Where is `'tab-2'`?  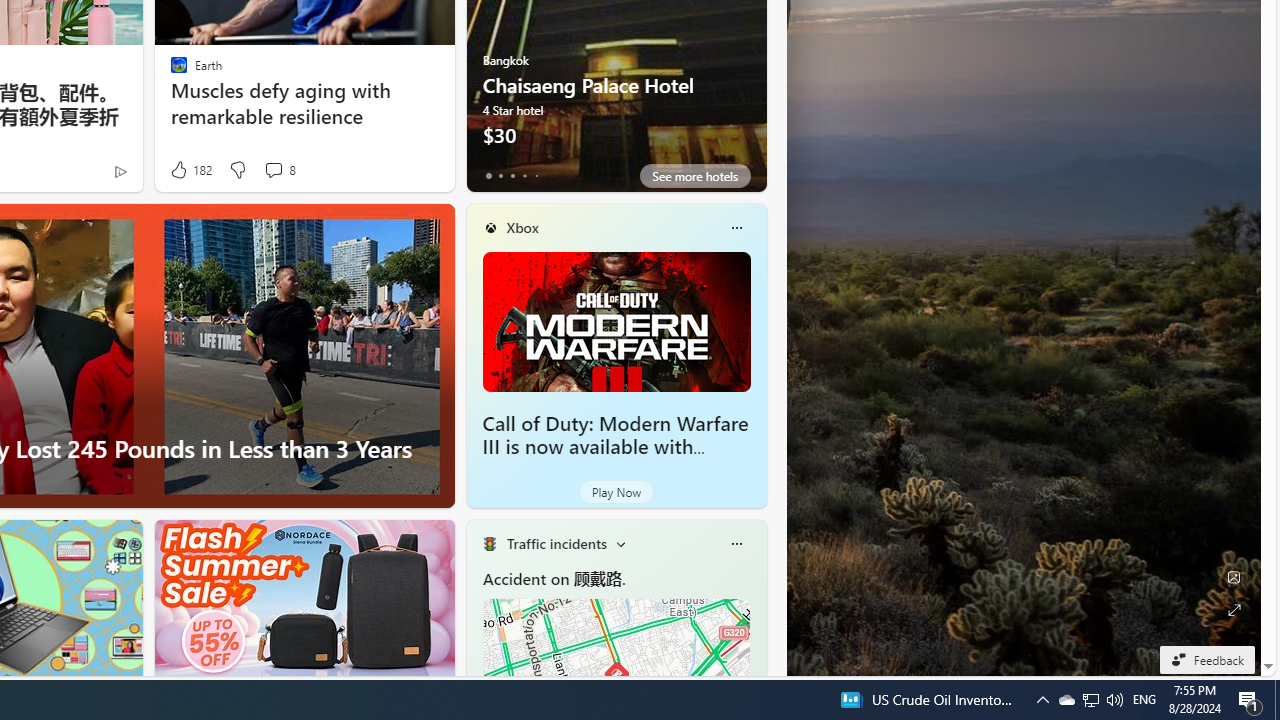
'tab-2' is located at coordinates (512, 175).